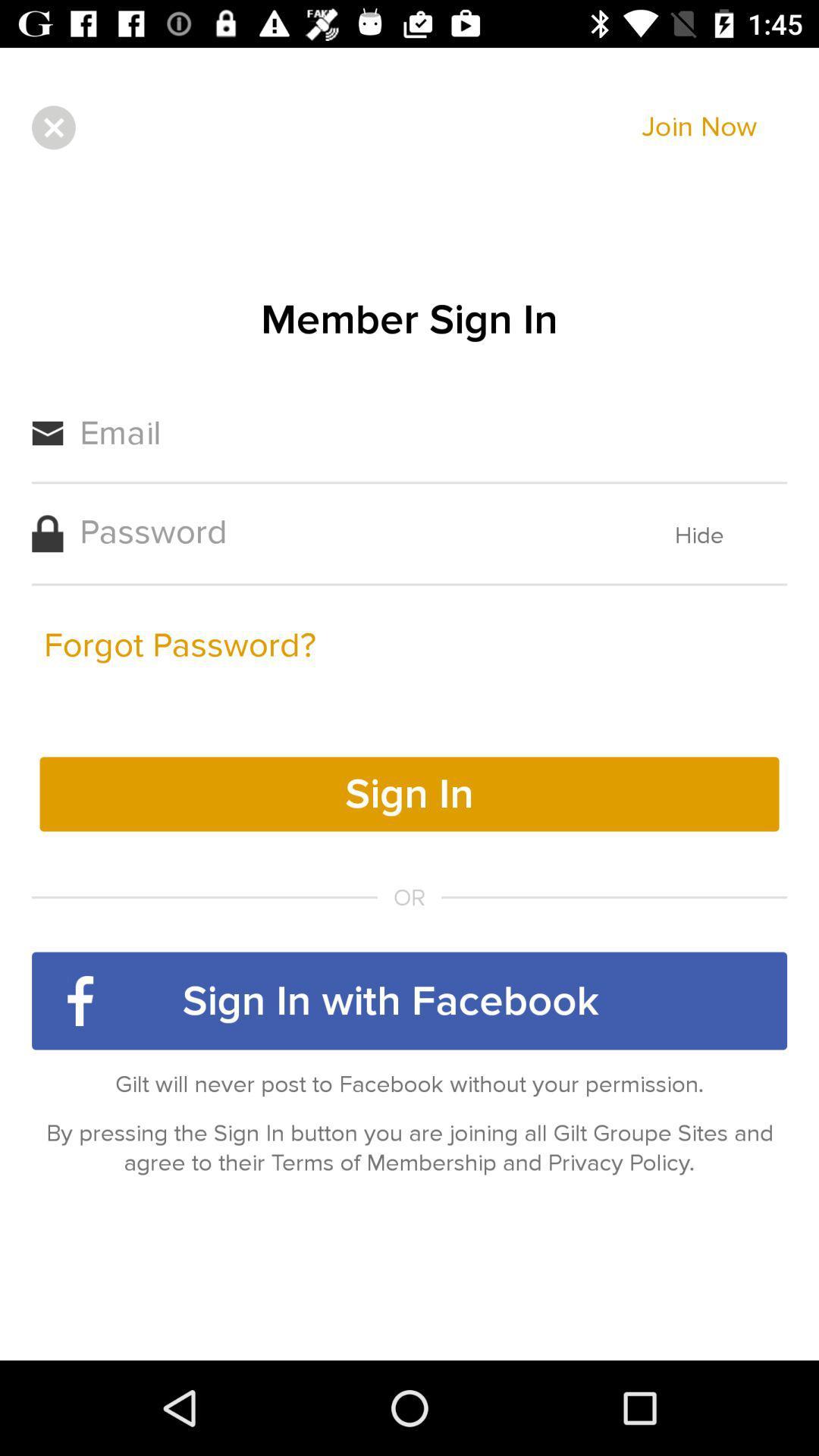  Describe the element at coordinates (409, 793) in the screenshot. I see `the yellow color button` at that location.